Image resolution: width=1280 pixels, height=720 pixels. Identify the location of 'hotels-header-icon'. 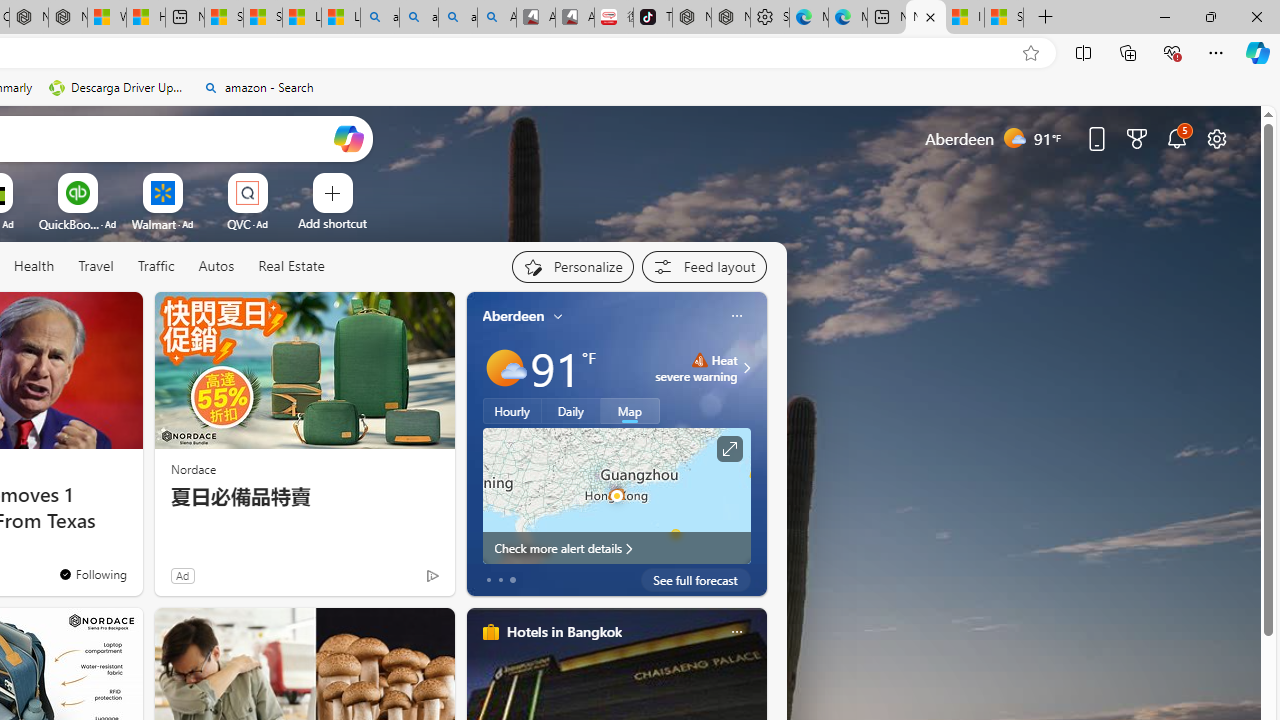
(490, 632).